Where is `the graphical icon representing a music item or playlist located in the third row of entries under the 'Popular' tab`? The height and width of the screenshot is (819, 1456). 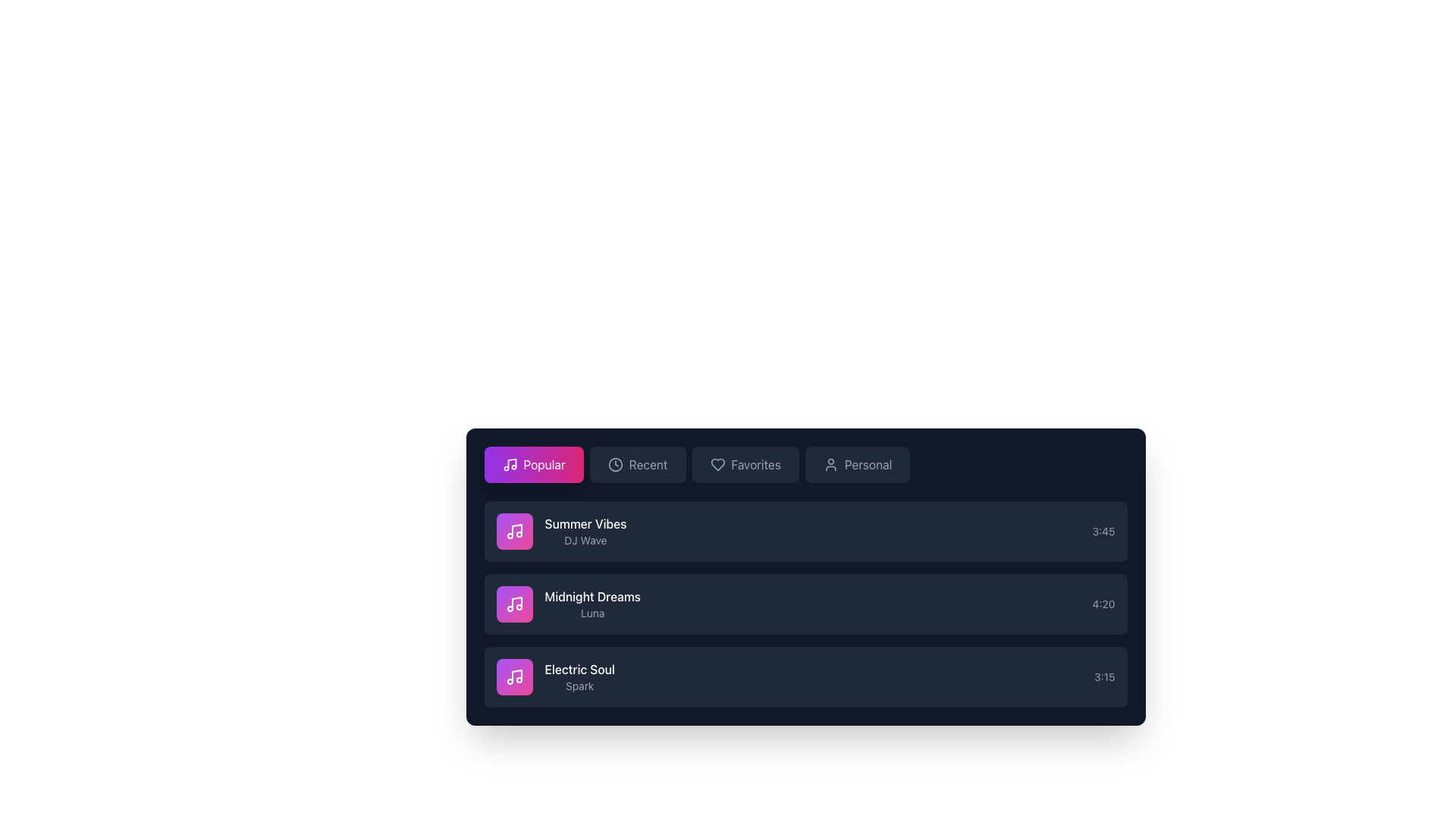 the graphical icon representing a music item or playlist located in the third row of entries under the 'Popular' tab is located at coordinates (514, 676).